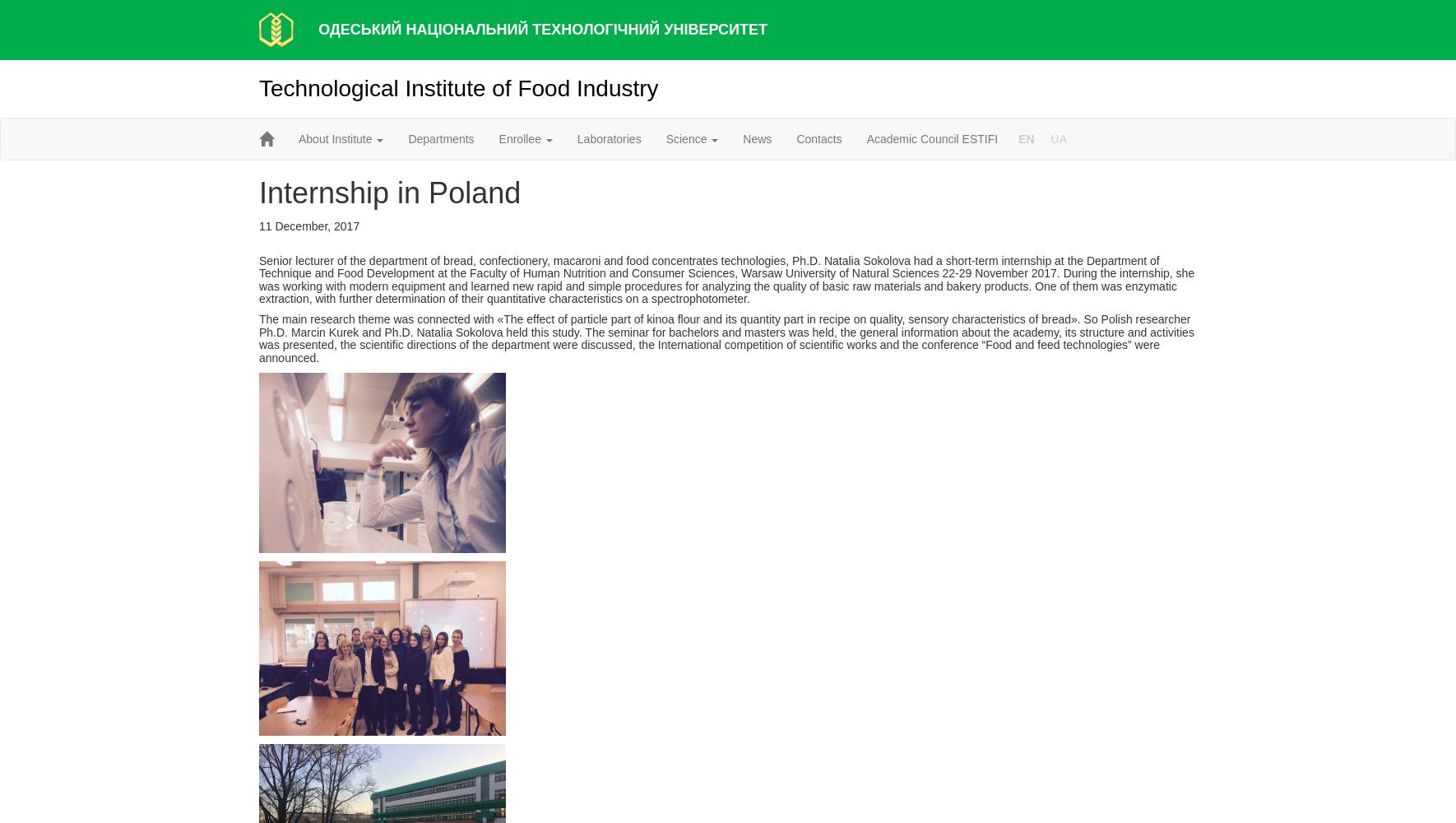  I want to click on 'Departments', so click(440, 139).